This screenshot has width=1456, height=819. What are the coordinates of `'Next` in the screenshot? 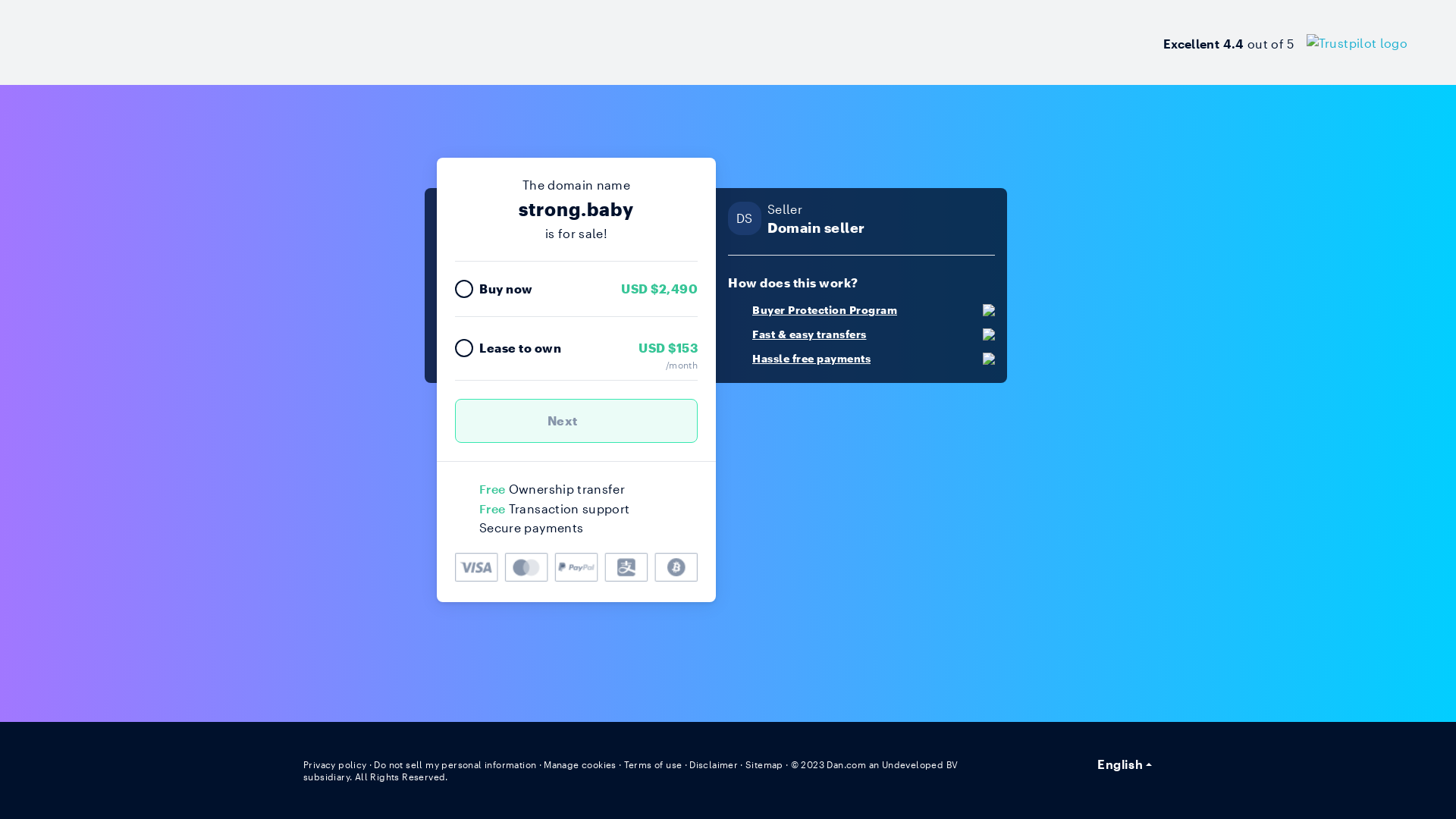 It's located at (575, 421).